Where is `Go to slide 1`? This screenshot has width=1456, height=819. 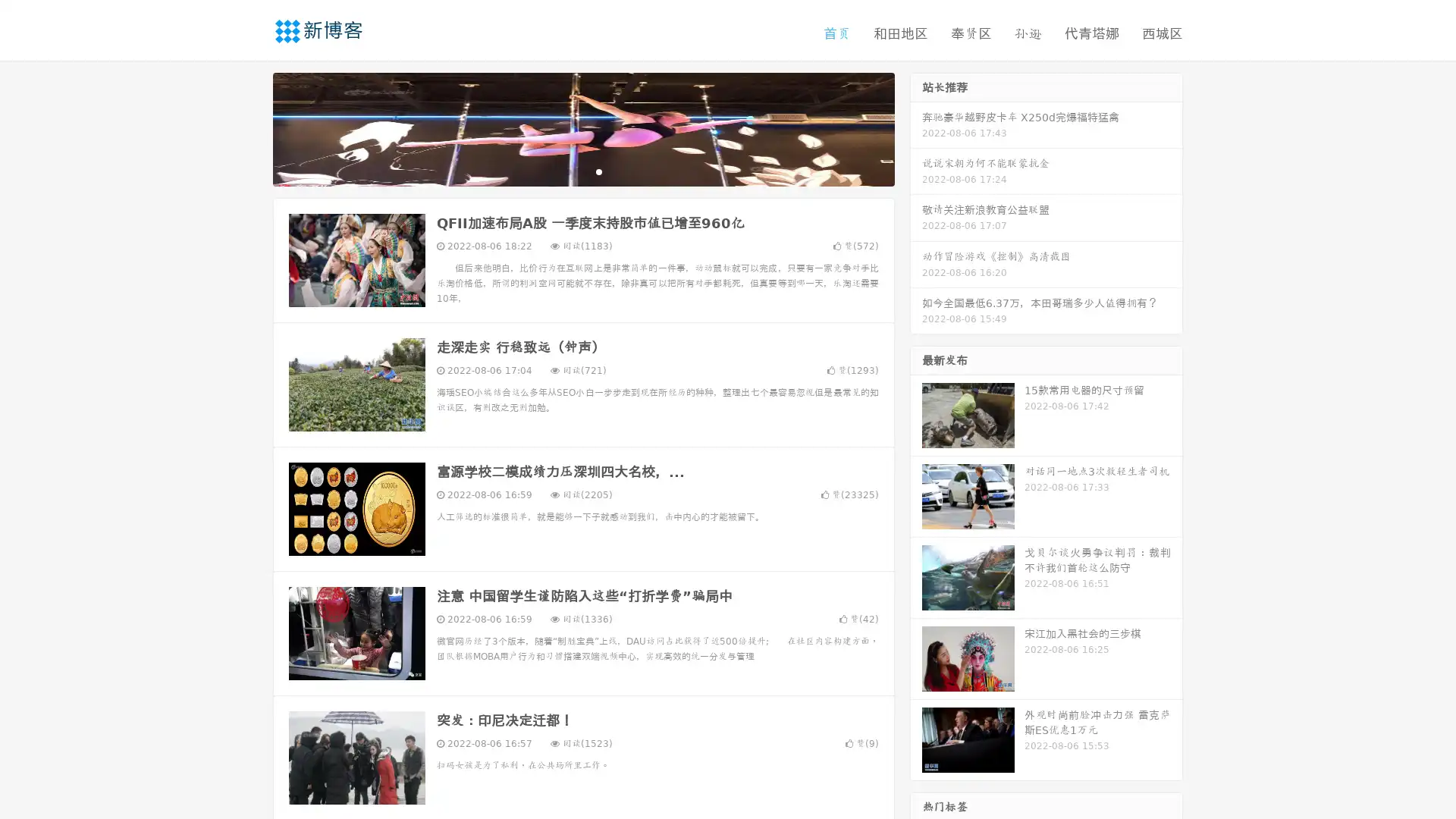
Go to slide 1 is located at coordinates (567, 171).